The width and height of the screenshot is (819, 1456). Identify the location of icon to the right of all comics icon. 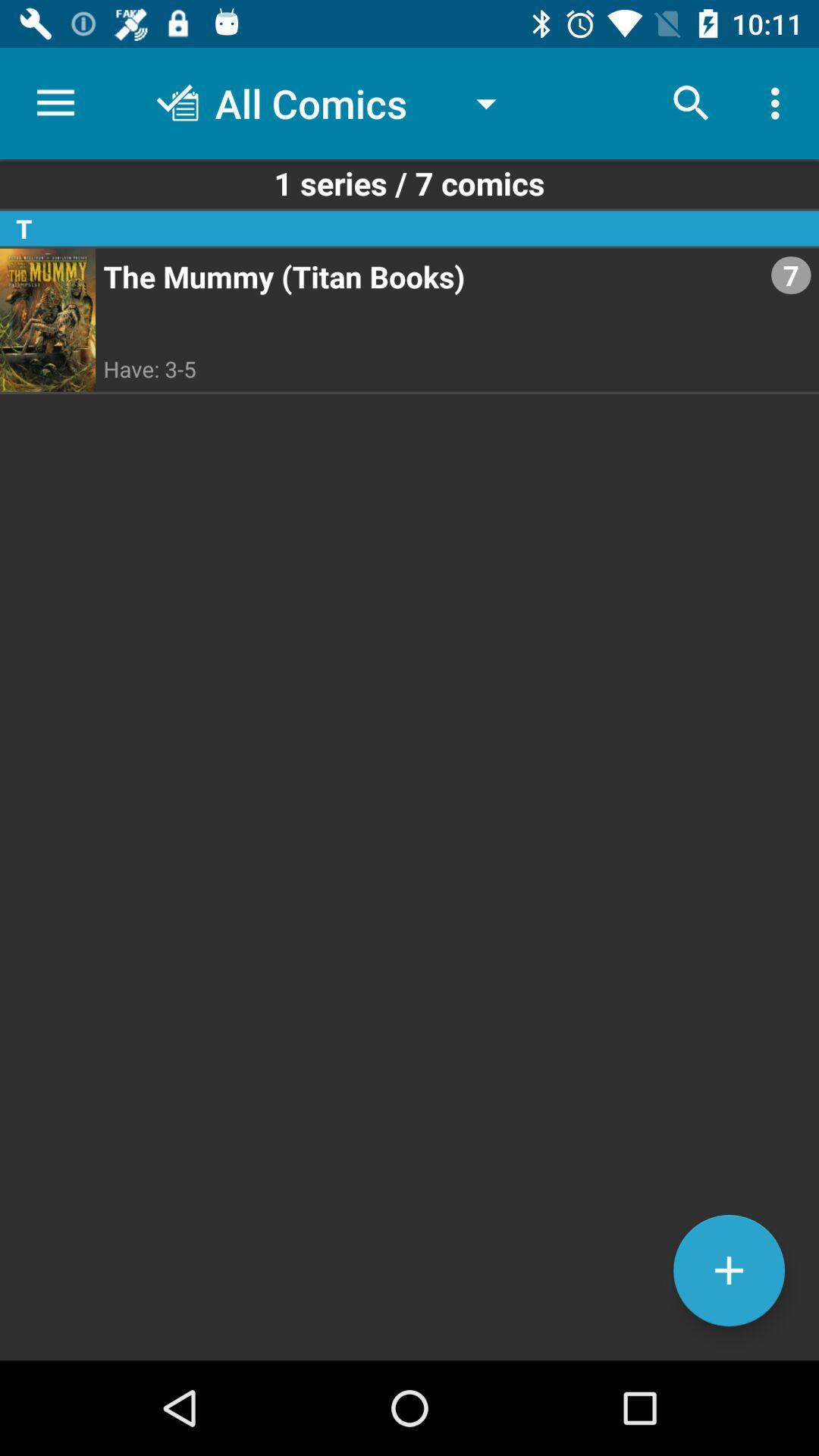
(691, 102).